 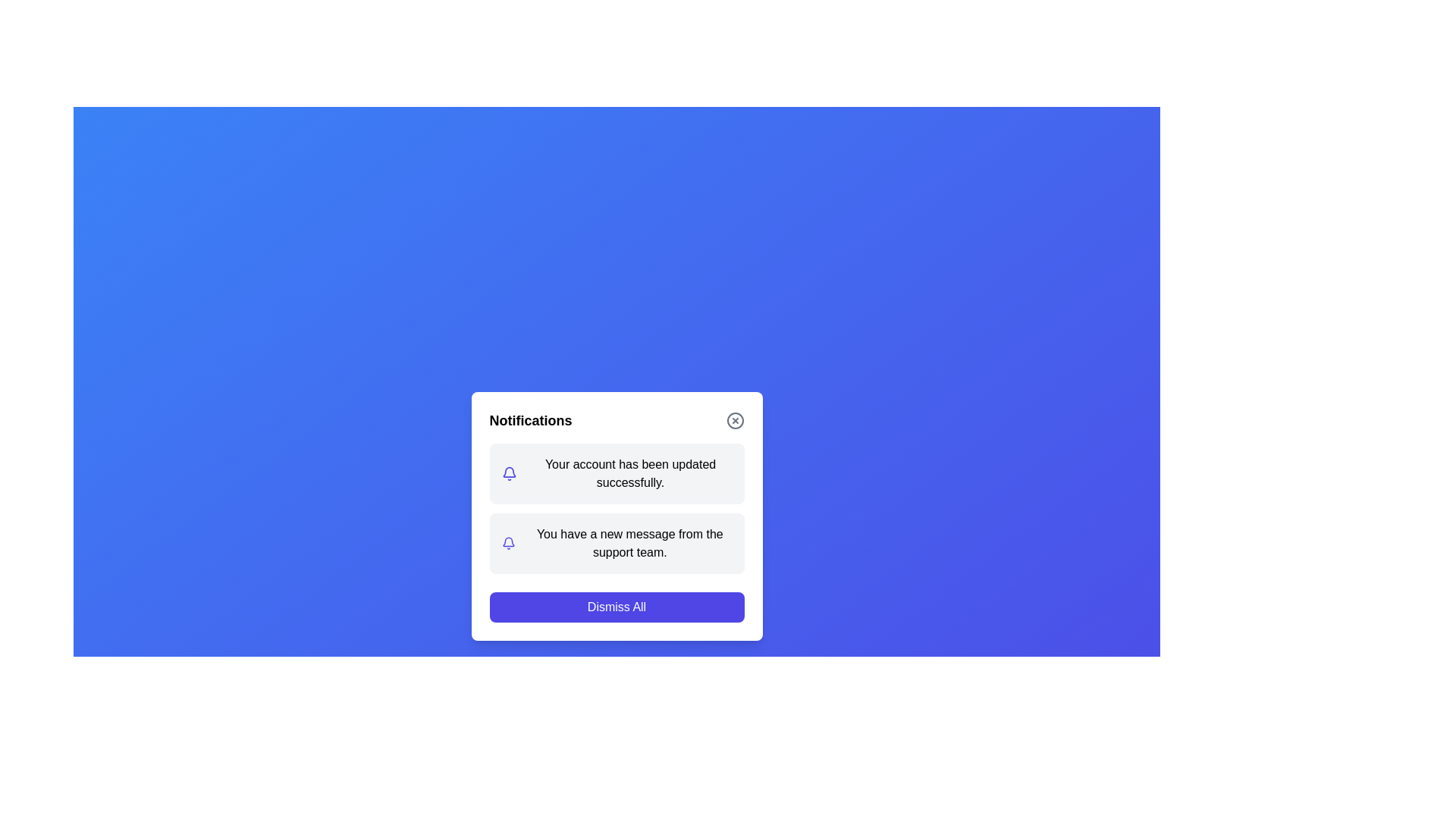 What do you see at coordinates (509, 471) in the screenshot?
I see `the notification bell icon shape within the SVG graphic representation, located in the lower-center portion of the interface` at bounding box center [509, 471].